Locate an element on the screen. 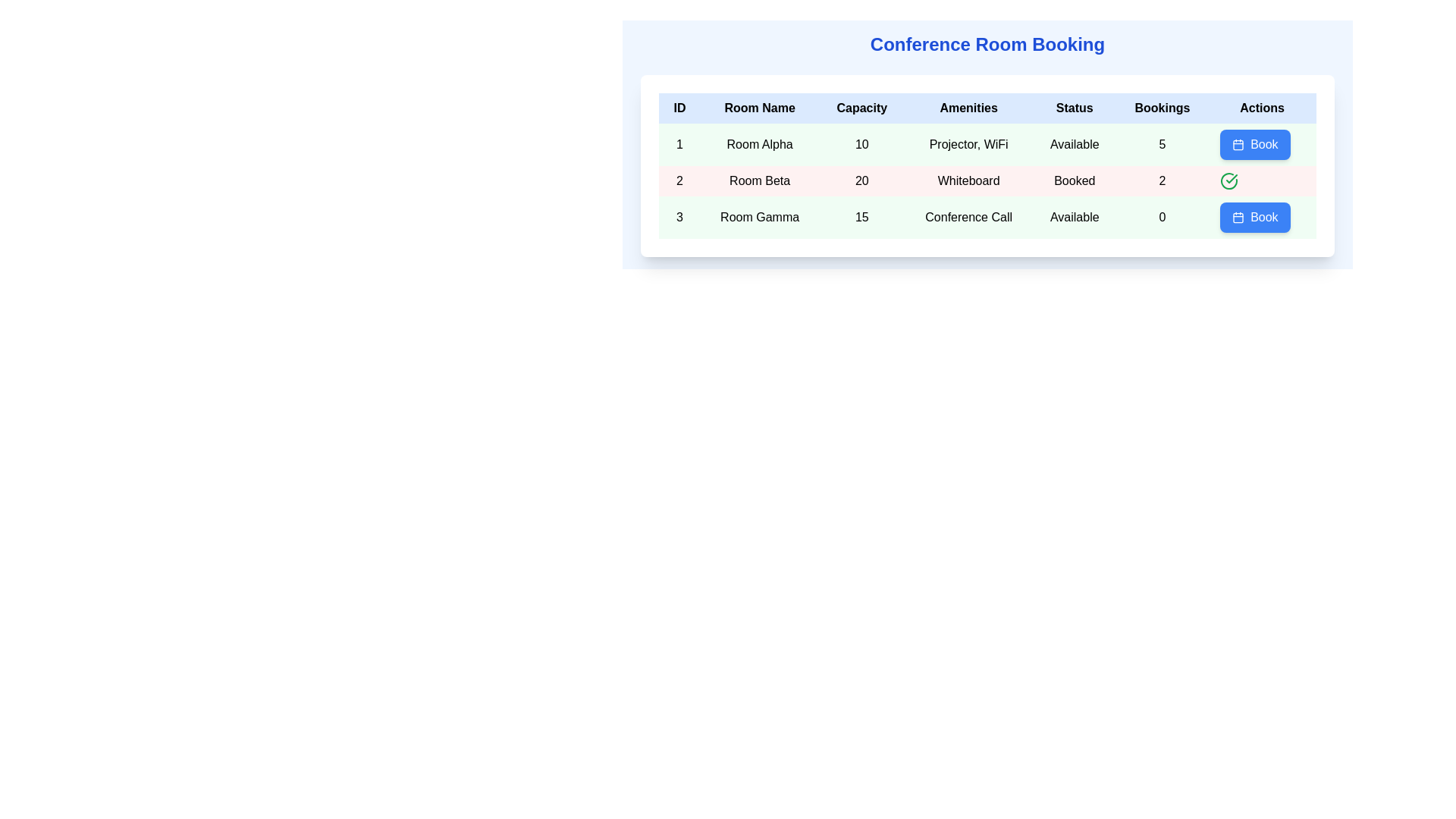 This screenshot has height=819, width=1456. the interactive elements in the second row of the conference room details table, which includes attributes for Room Beta such as capacity, amenities, and status is located at coordinates (987, 180).